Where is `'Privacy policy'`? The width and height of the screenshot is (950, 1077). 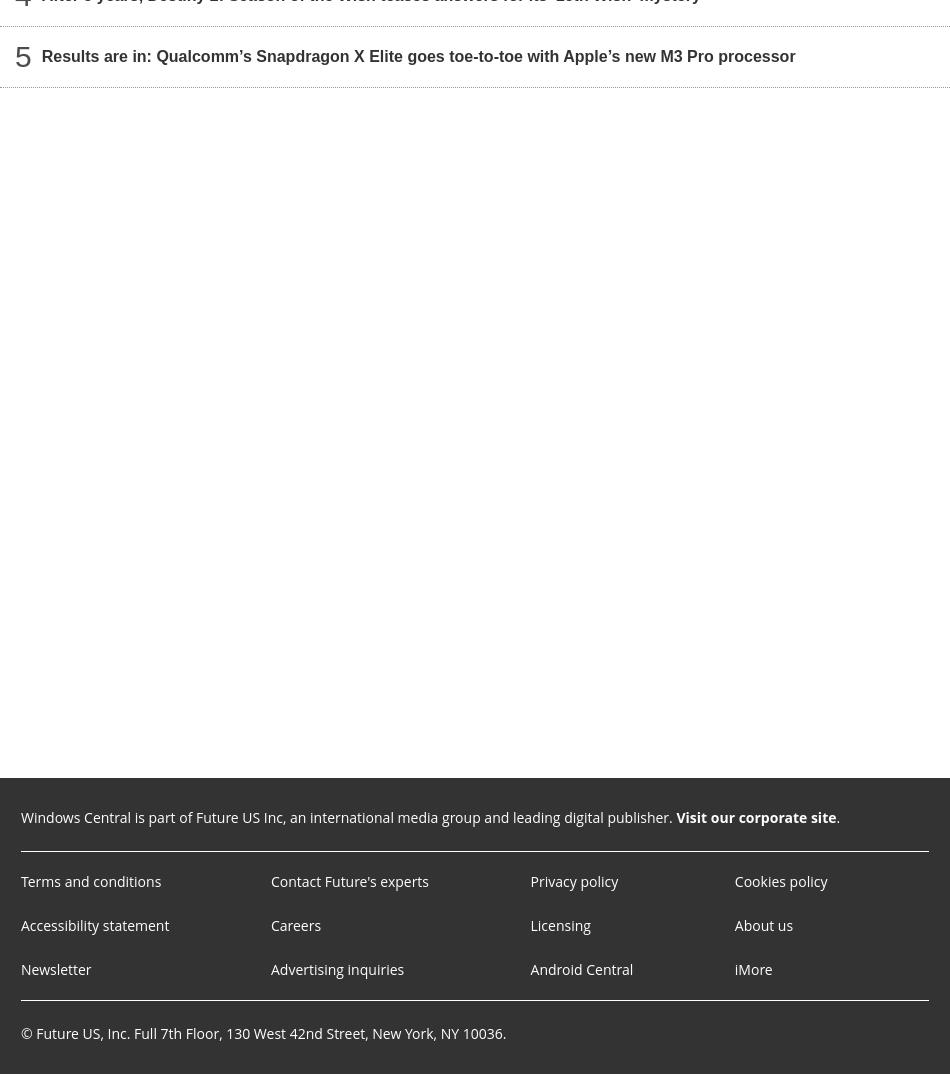 'Privacy policy' is located at coordinates (573, 881).